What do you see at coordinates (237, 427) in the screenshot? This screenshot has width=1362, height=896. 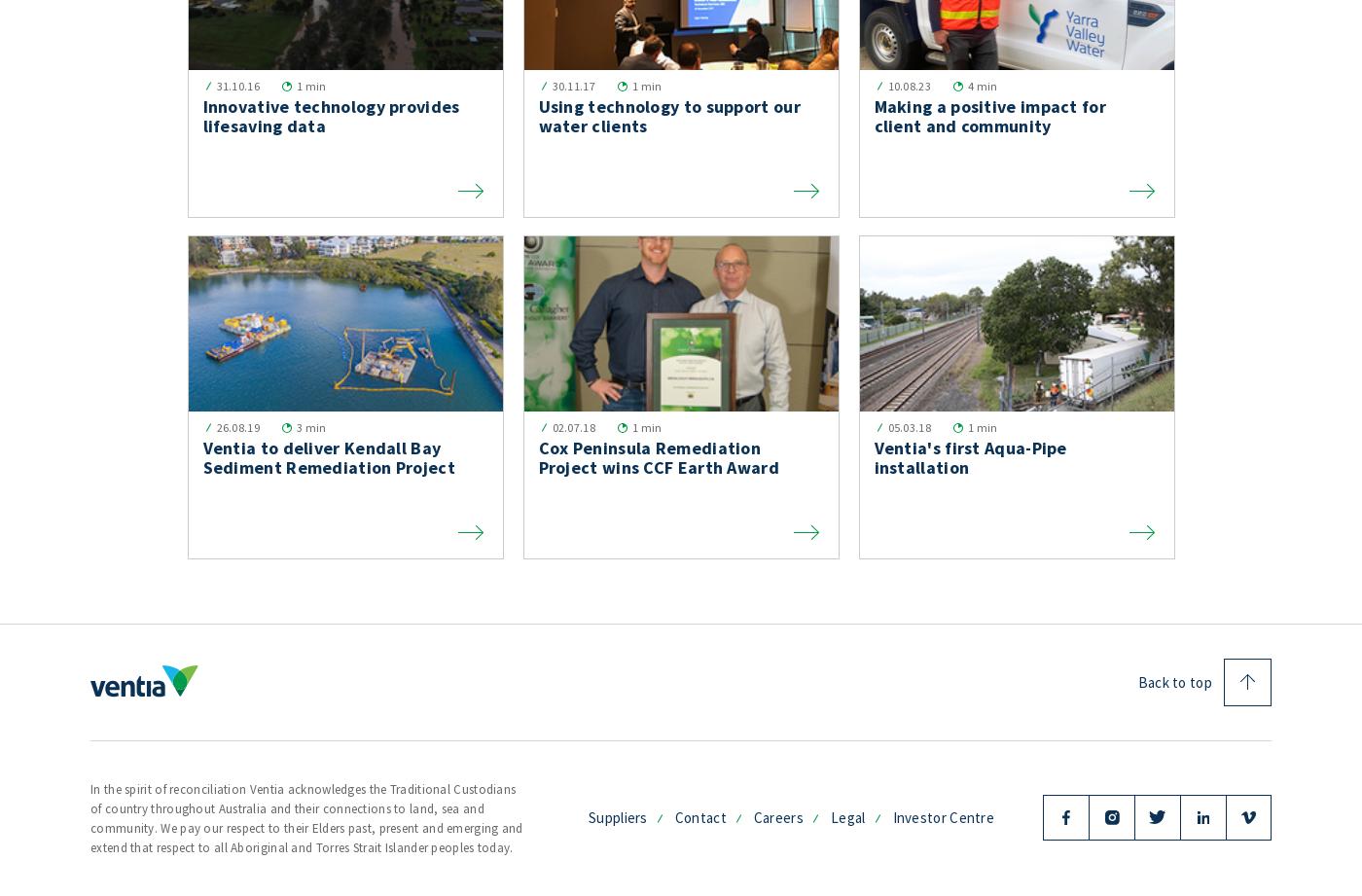 I see `'26.08.19'` at bounding box center [237, 427].